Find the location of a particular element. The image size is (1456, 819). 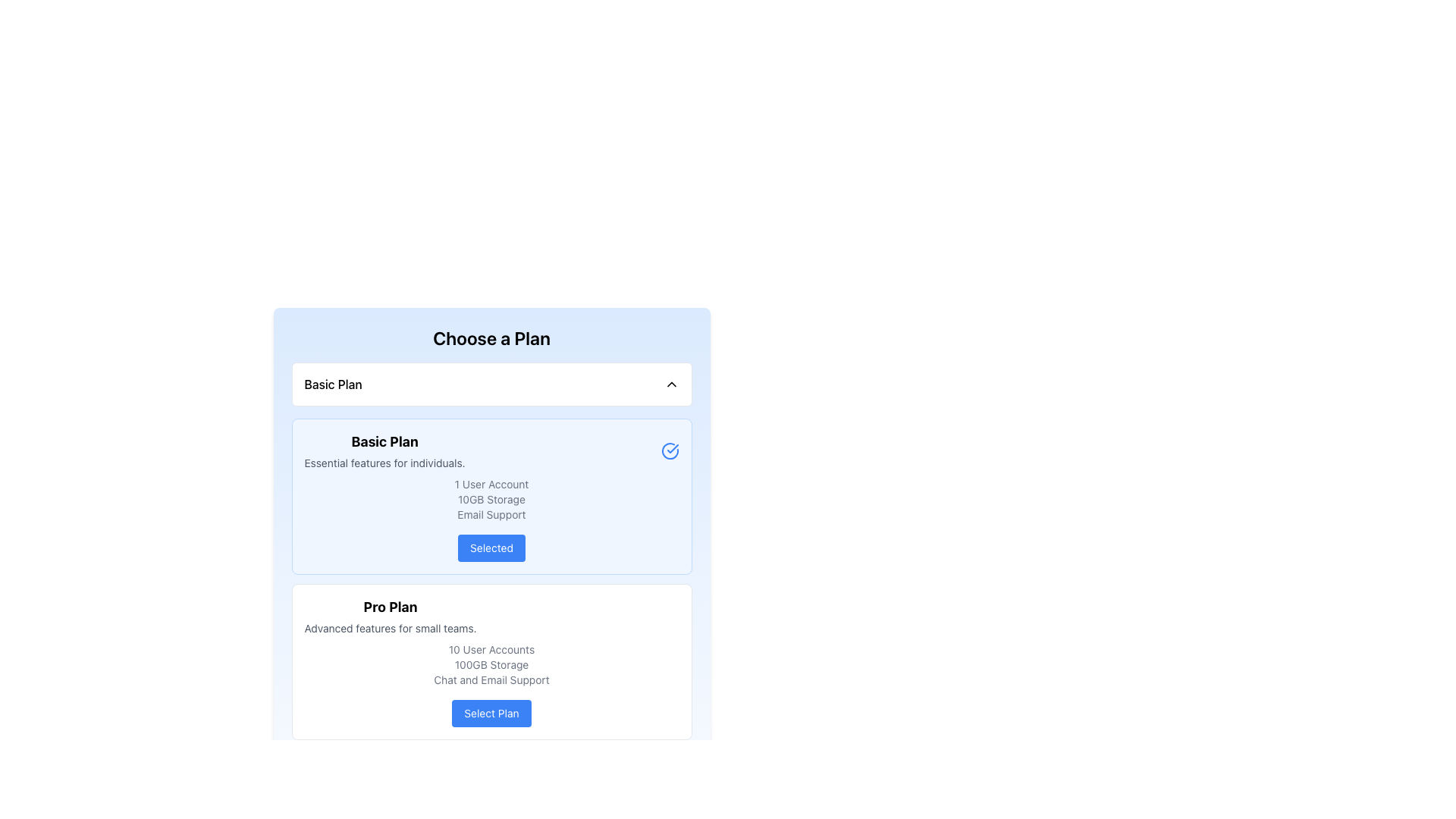

the text label indicating the 'Pro Plan' within the 'Choose a Plan' interface, which is positioned at the top-left corner of the white card for the 'Pro Plan' details is located at coordinates (391, 607).